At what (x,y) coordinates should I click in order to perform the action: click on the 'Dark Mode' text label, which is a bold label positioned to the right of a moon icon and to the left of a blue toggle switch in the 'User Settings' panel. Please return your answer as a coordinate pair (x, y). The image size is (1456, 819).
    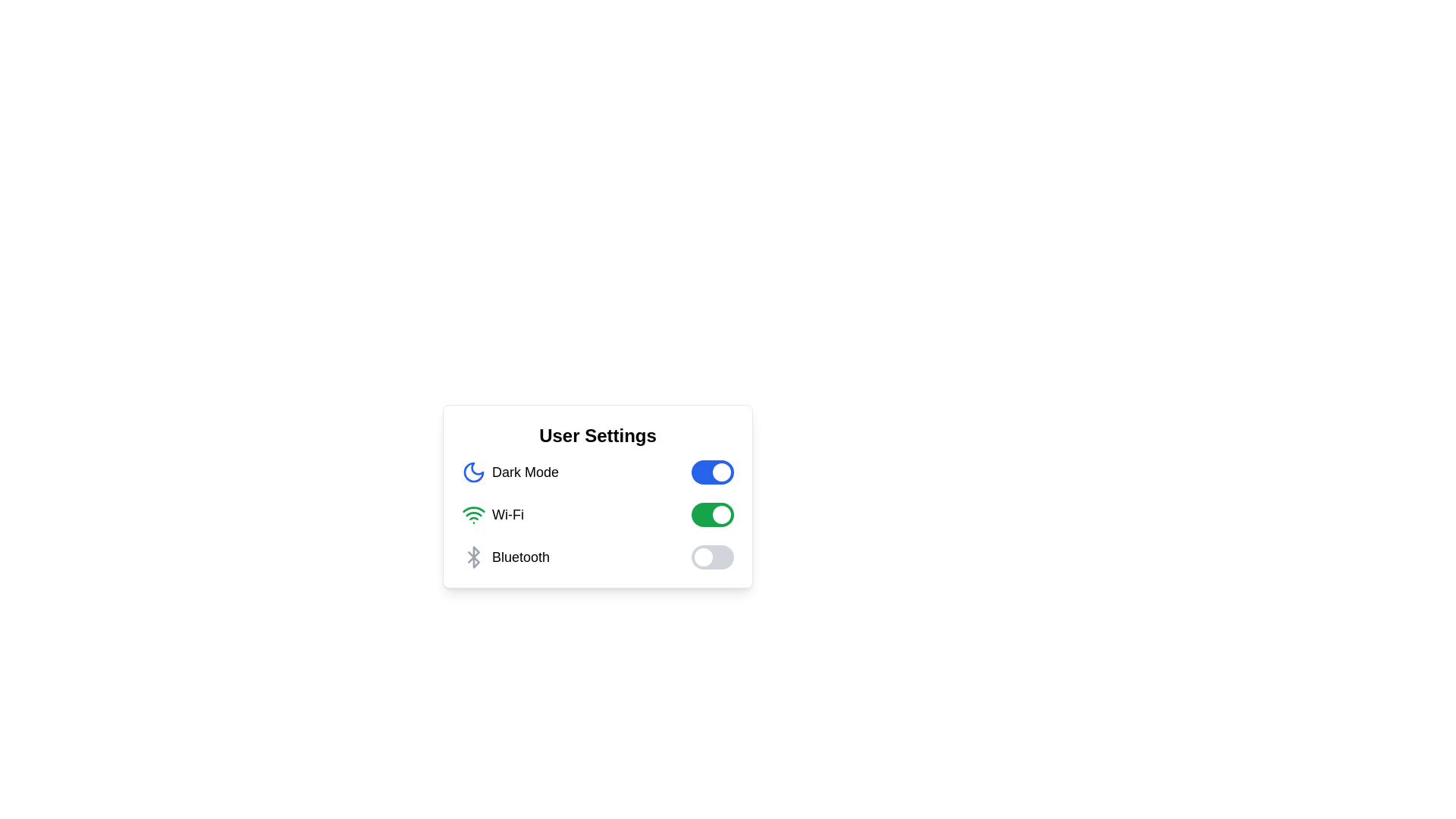
    Looking at the image, I should click on (525, 472).